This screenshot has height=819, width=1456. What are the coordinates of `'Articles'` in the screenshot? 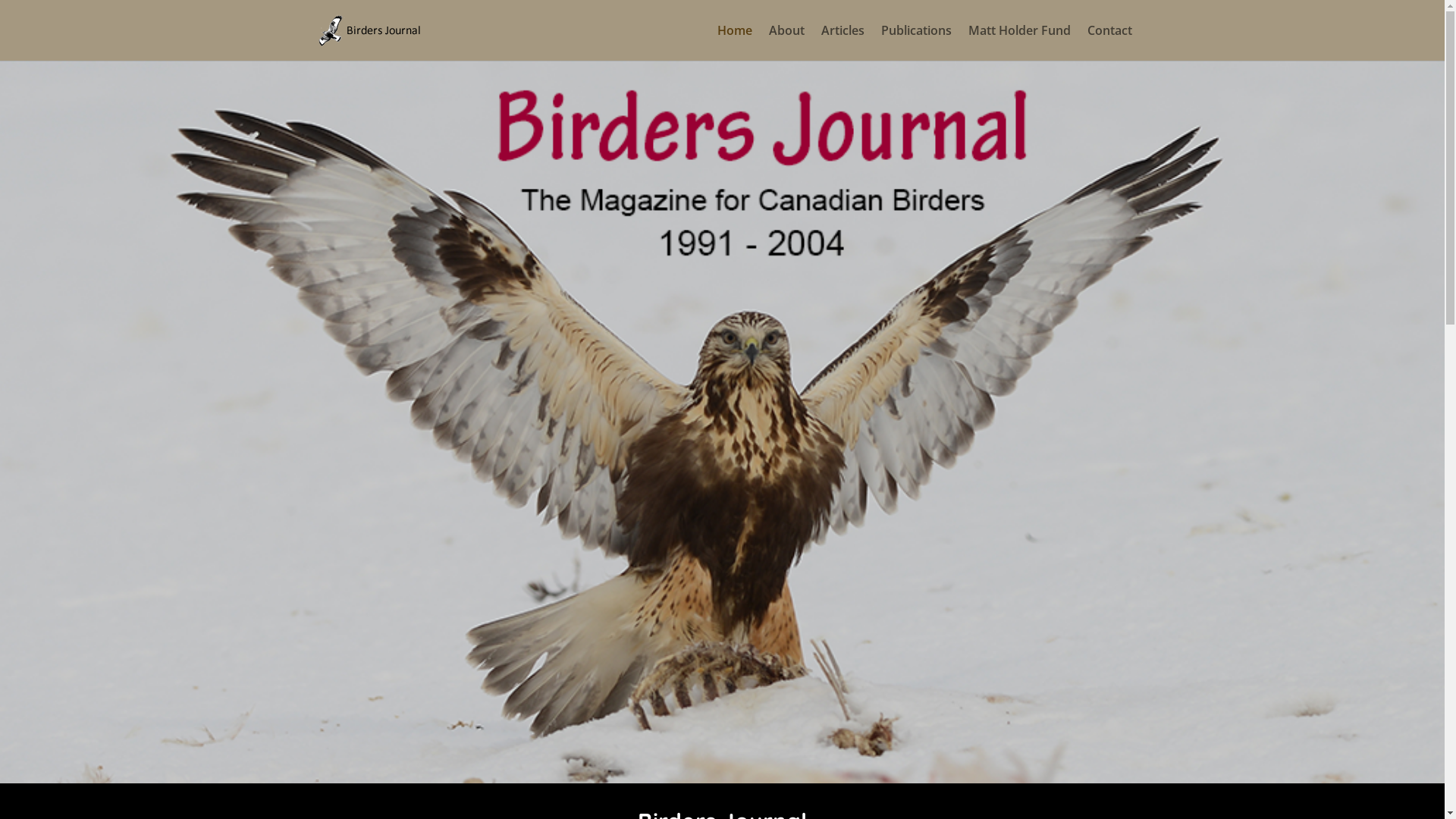 It's located at (819, 42).